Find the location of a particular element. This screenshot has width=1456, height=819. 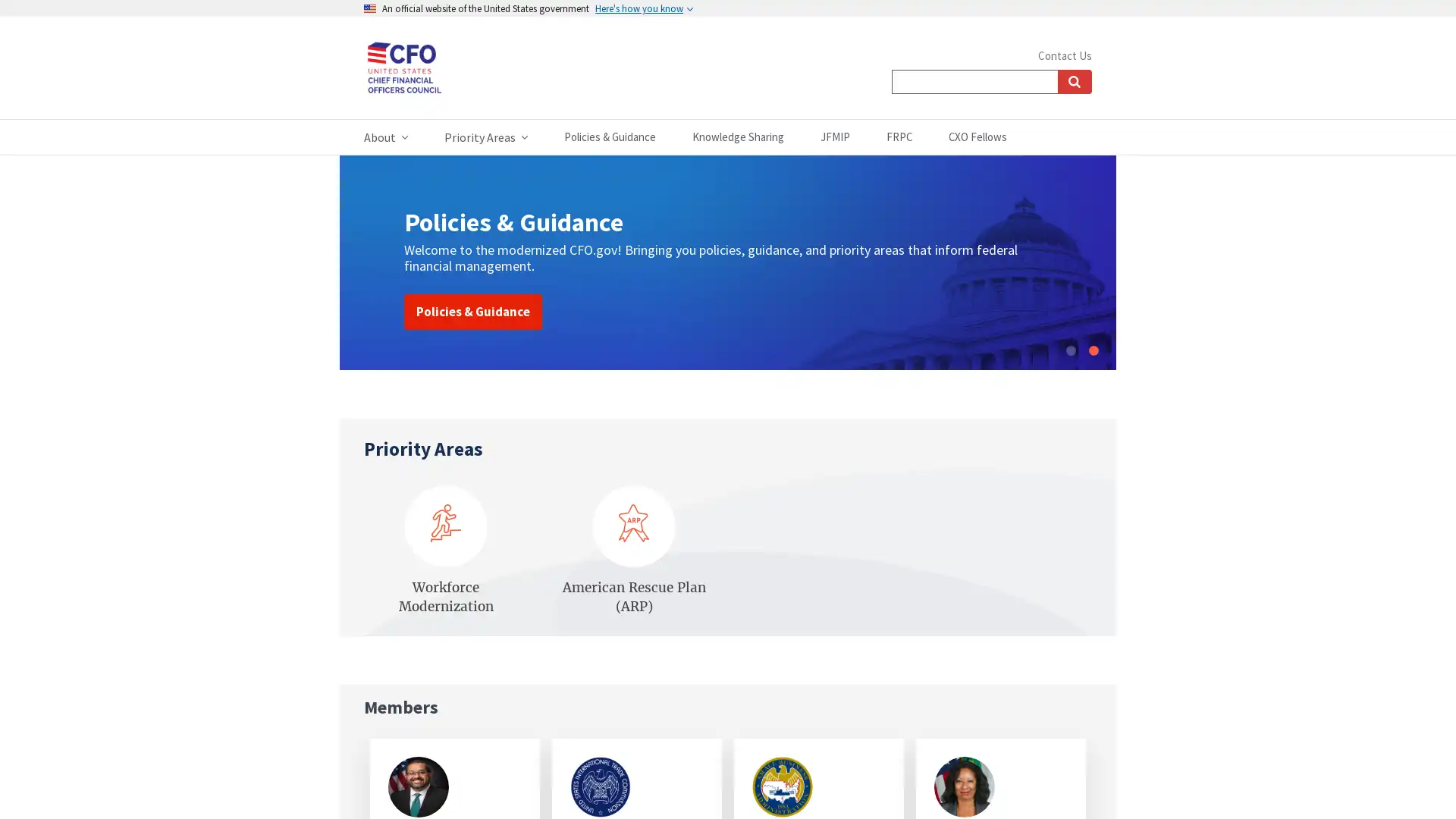

Slide: 2 is located at coordinates (1093, 350).